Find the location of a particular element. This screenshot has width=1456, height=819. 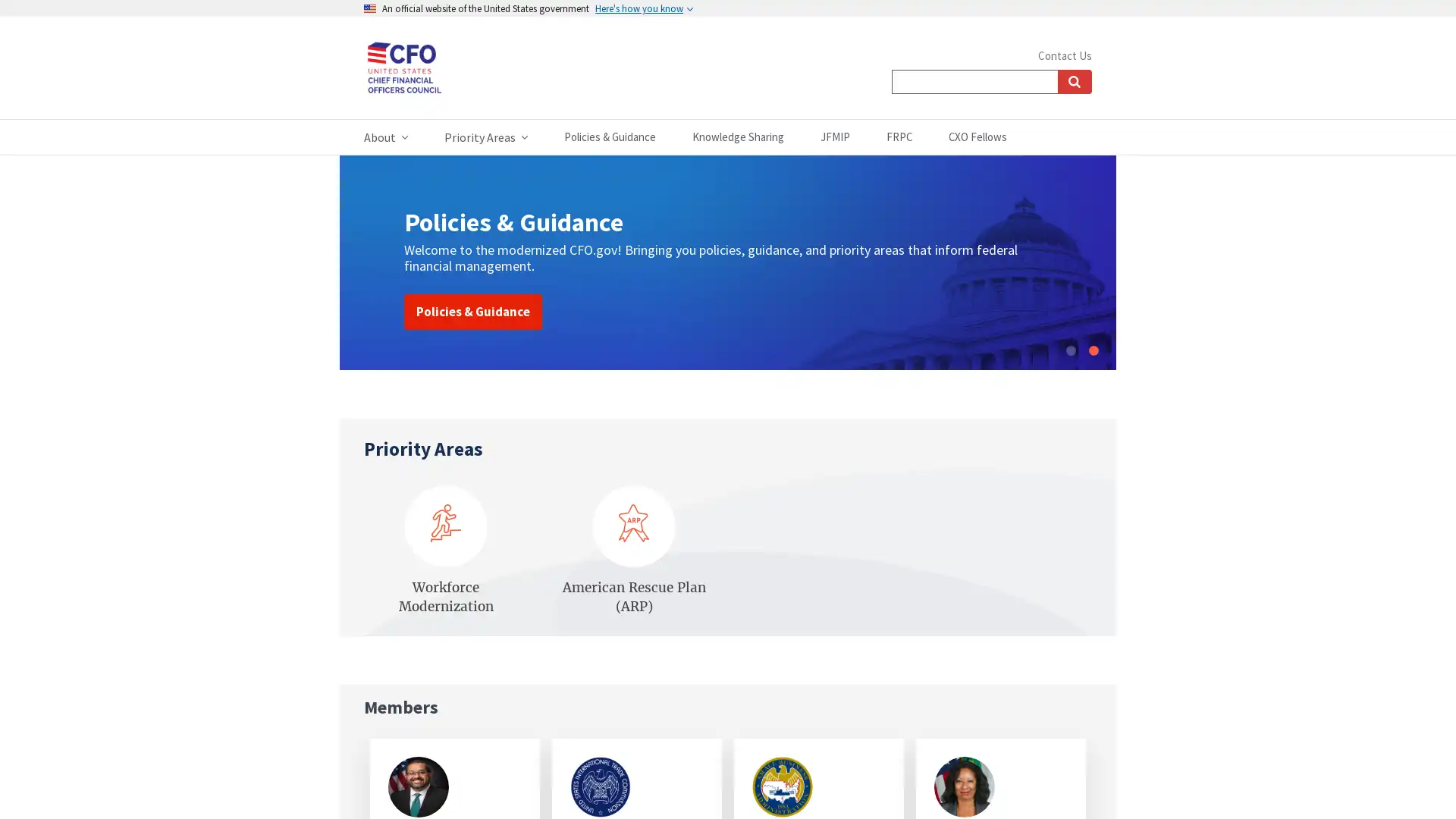

Slide: 2 is located at coordinates (1093, 350).